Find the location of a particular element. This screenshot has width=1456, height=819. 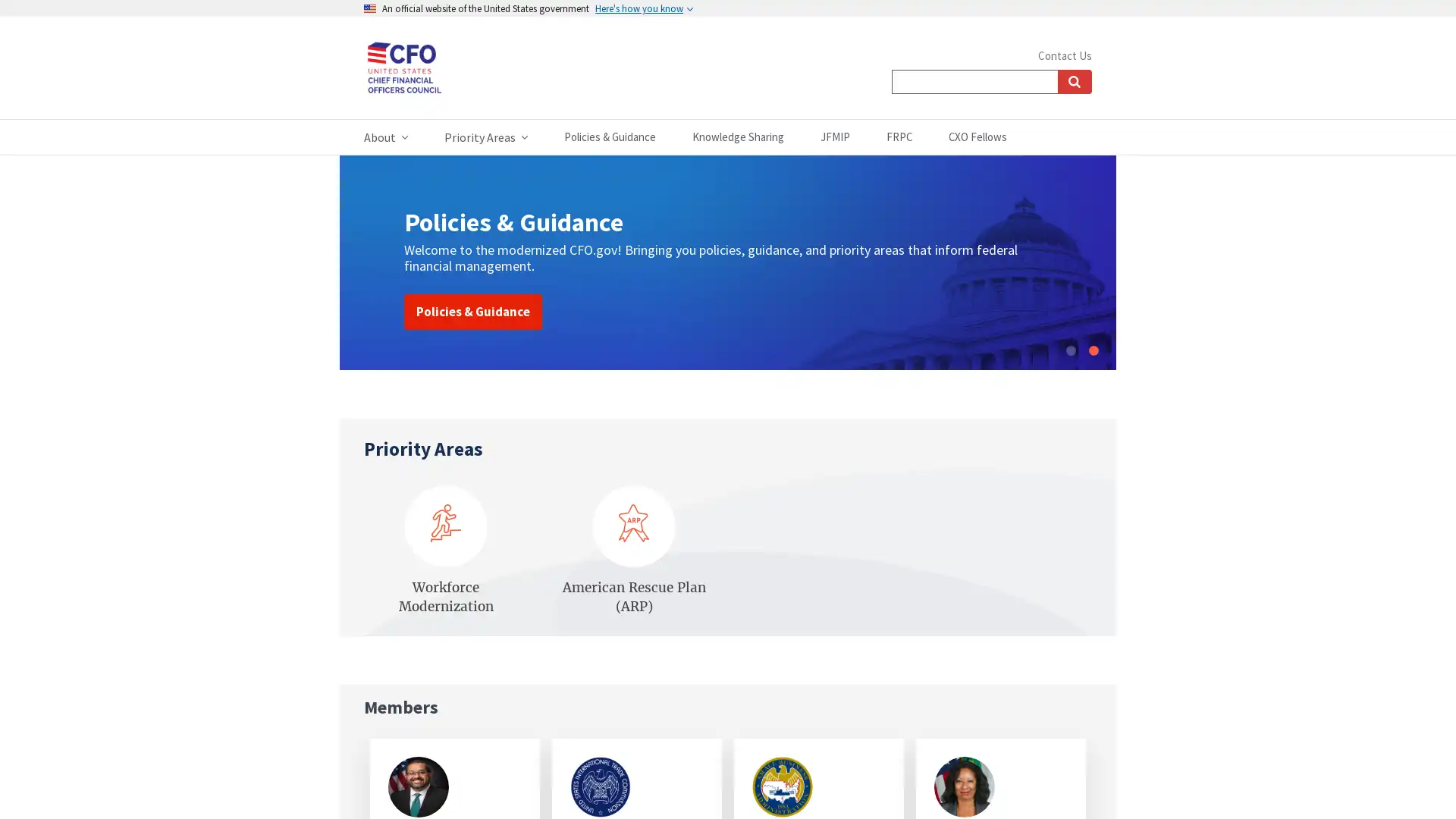

Slide: 2 is located at coordinates (1093, 350).